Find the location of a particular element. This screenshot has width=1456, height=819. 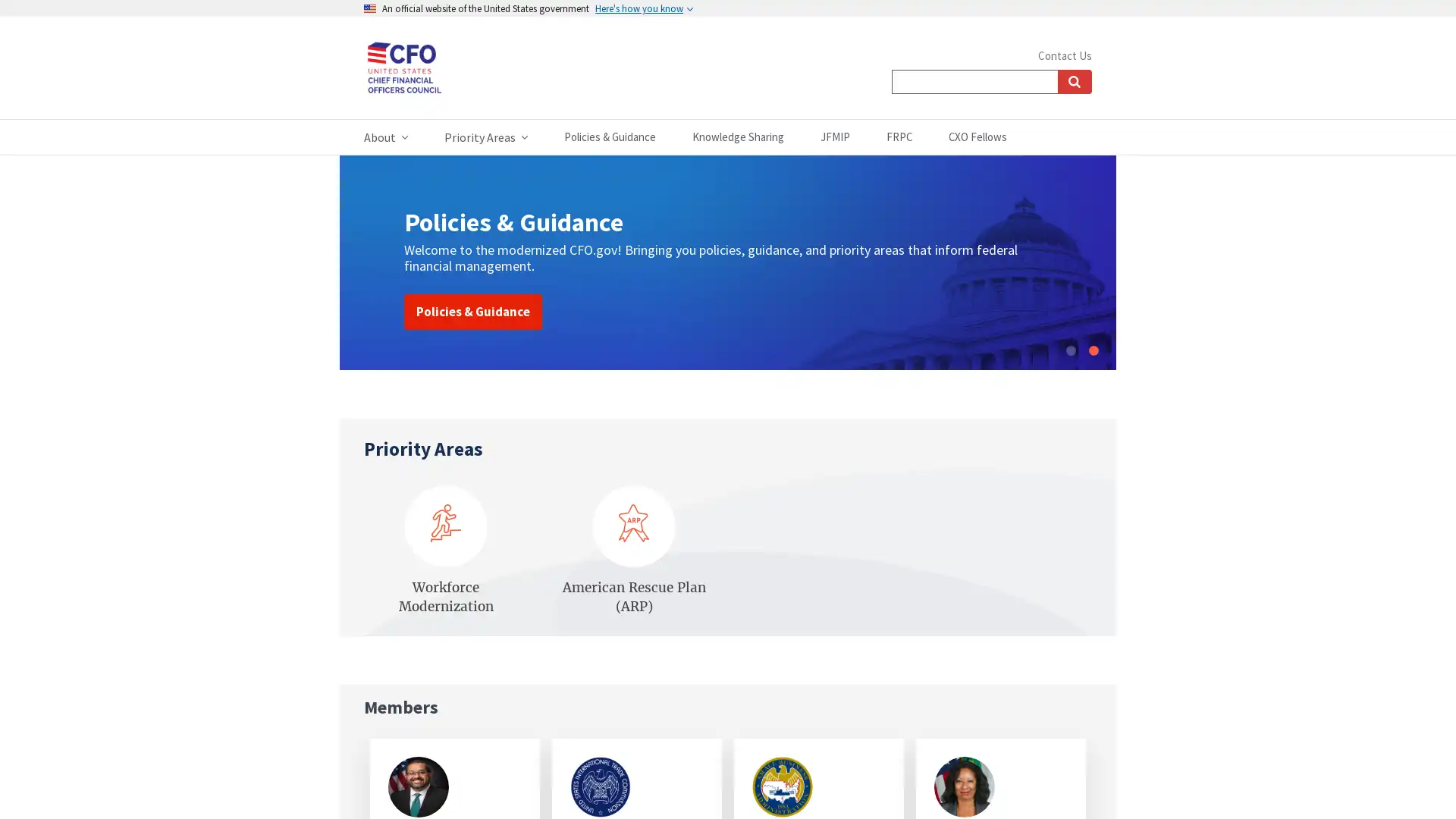

Slide: 2 is located at coordinates (1093, 350).